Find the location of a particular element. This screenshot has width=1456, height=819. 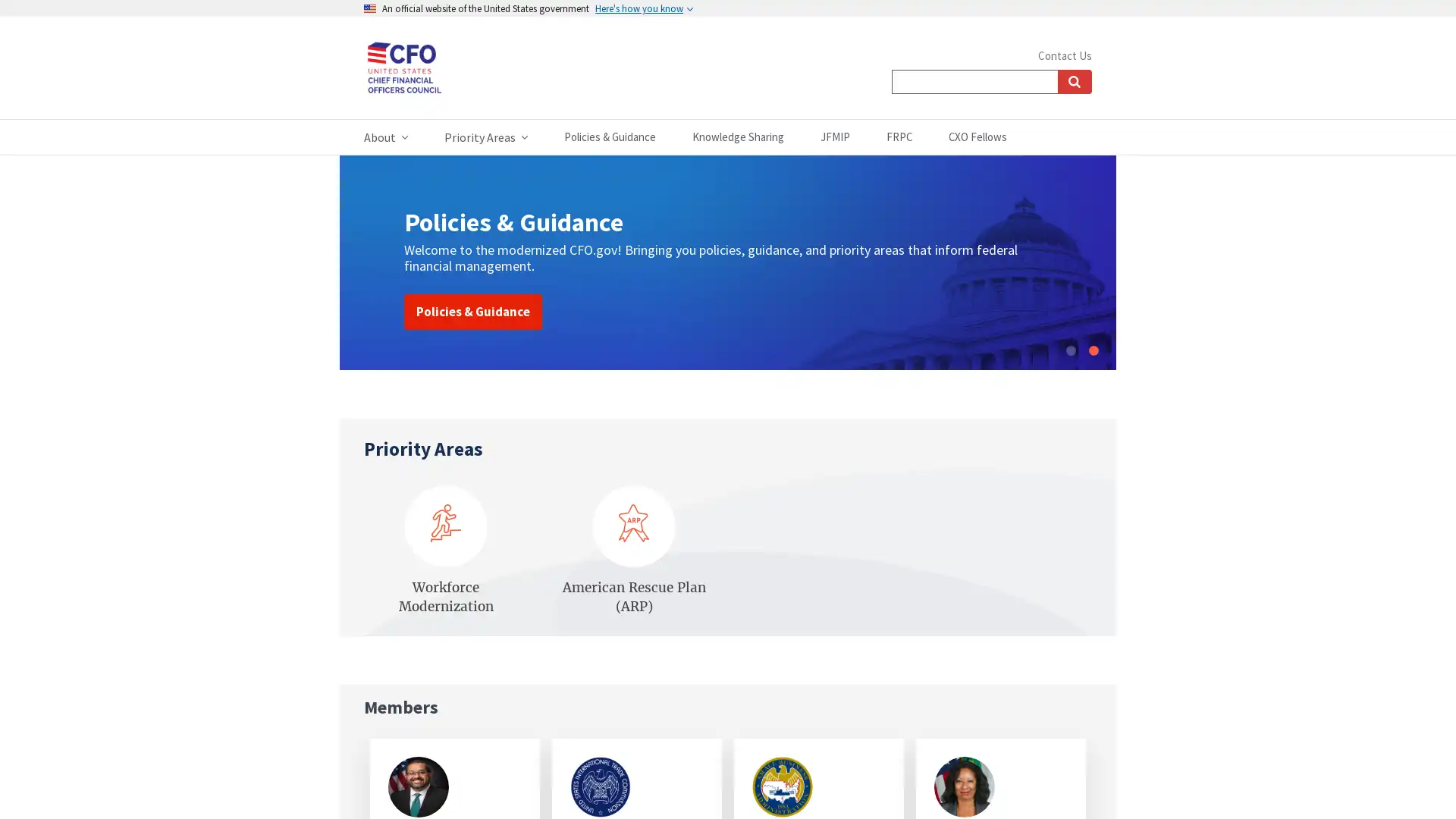

Slide: 2 is located at coordinates (1093, 350).